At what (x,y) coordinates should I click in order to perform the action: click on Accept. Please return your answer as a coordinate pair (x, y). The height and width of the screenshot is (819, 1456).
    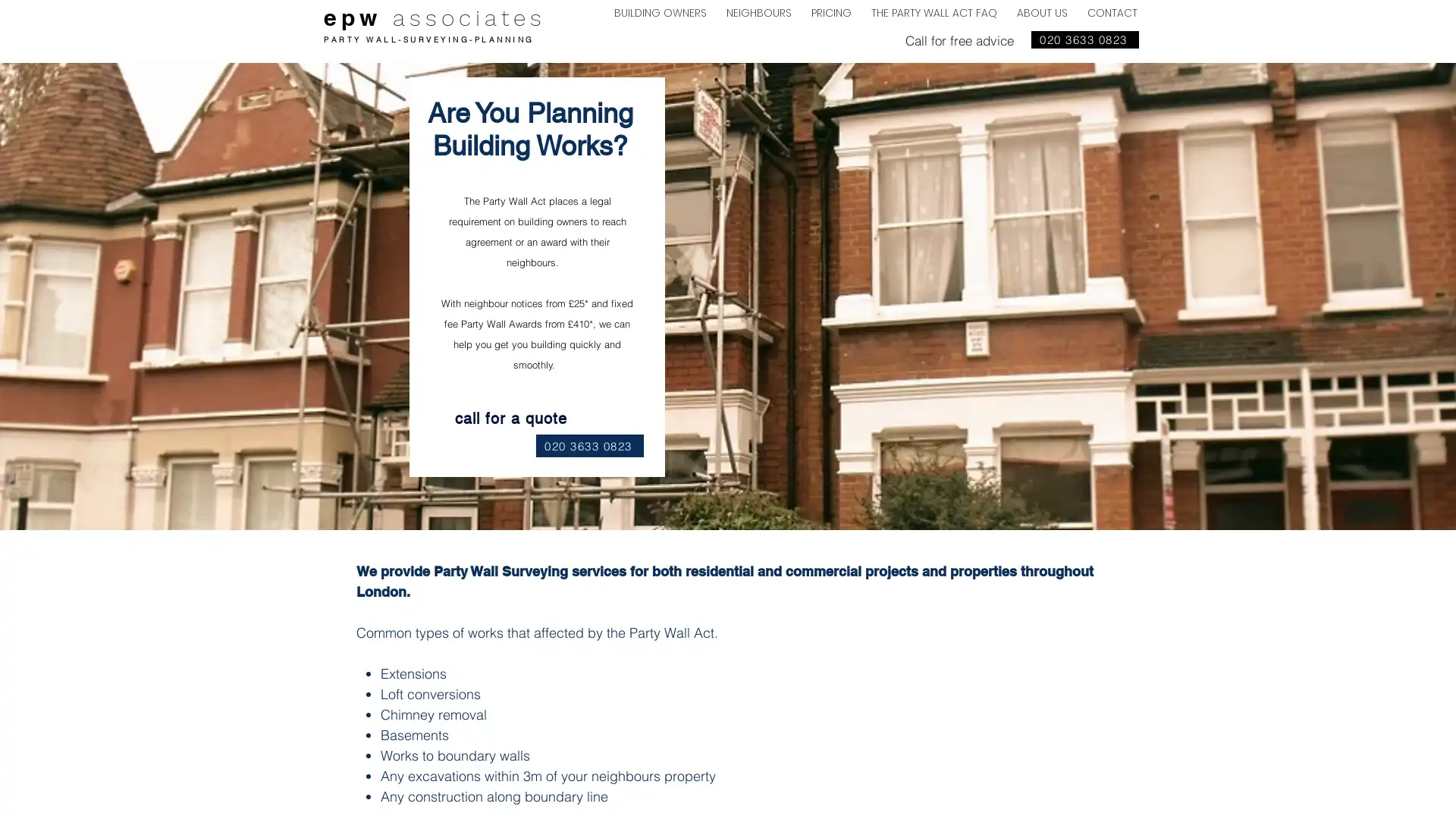
    Looking at the image, I should click on (1388, 794).